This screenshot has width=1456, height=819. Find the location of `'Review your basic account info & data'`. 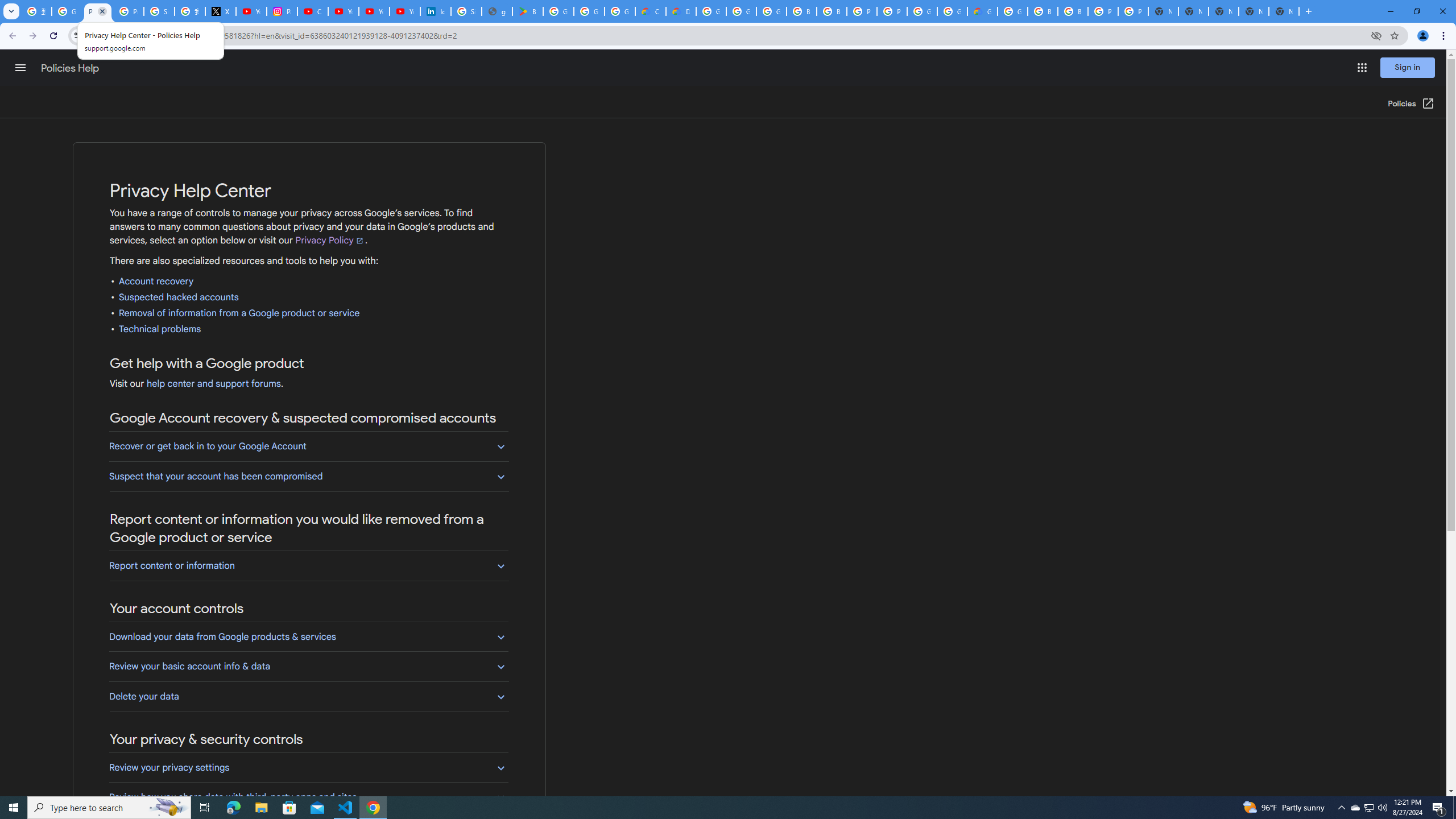

'Review your basic account info & data' is located at coordinates (308, 666).